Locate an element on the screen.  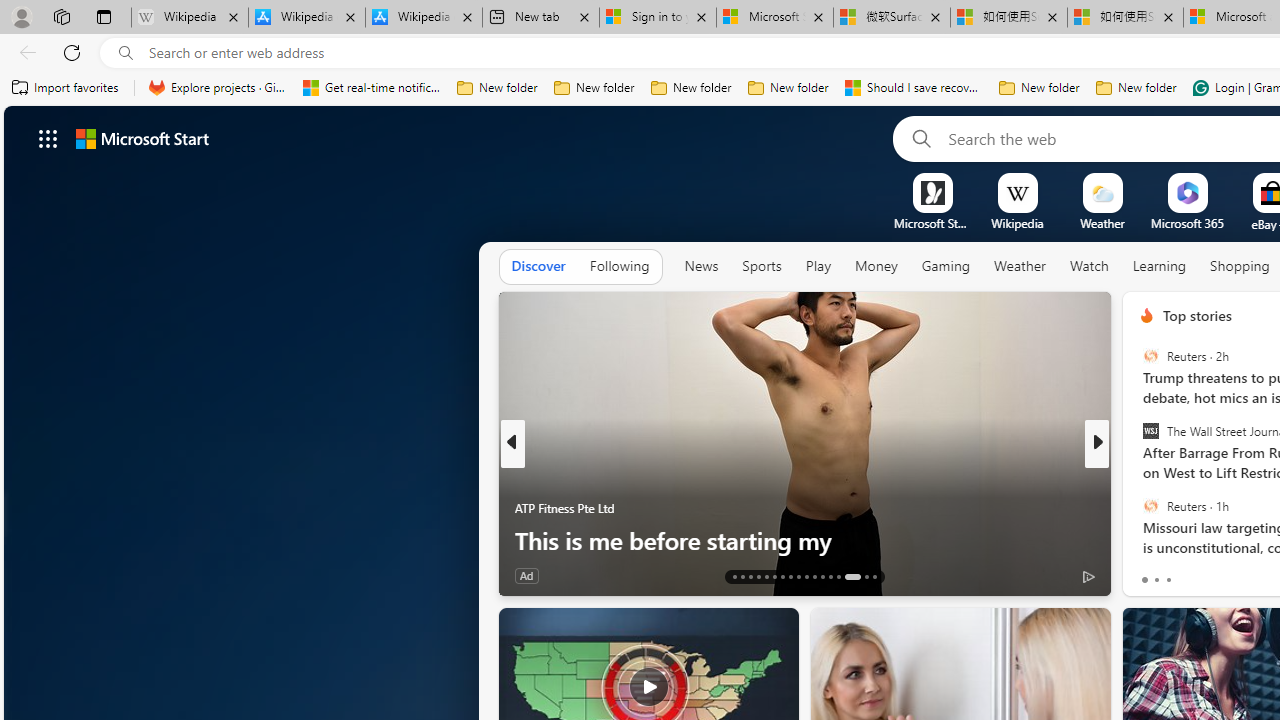
'tab-2' is located at coordinates (1168, 579).